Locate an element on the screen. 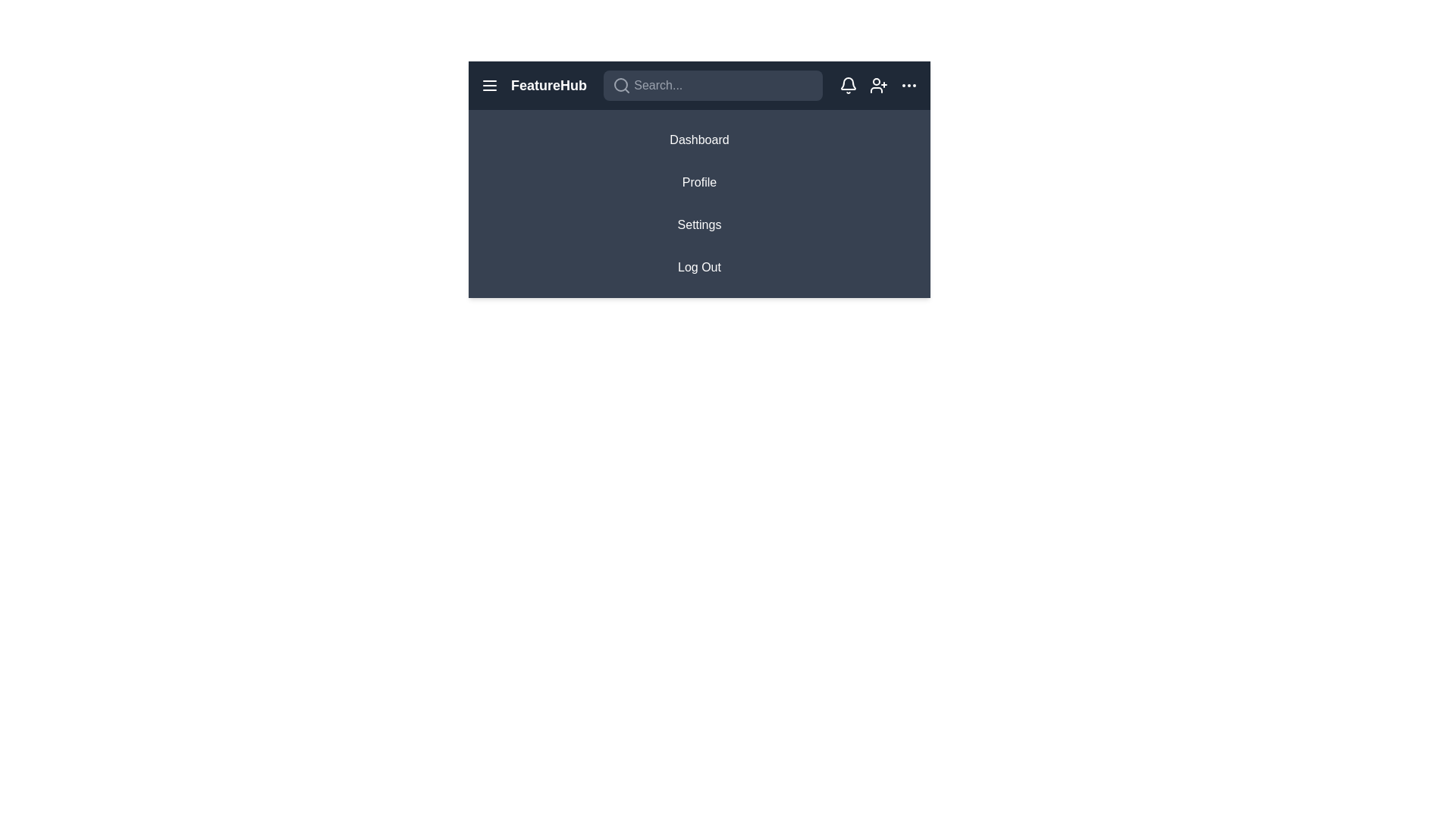 This screenshot has height=819, width=1456. the magnifying glass icon located on the left side inside the search bar field is located at coordinates (622, 85).